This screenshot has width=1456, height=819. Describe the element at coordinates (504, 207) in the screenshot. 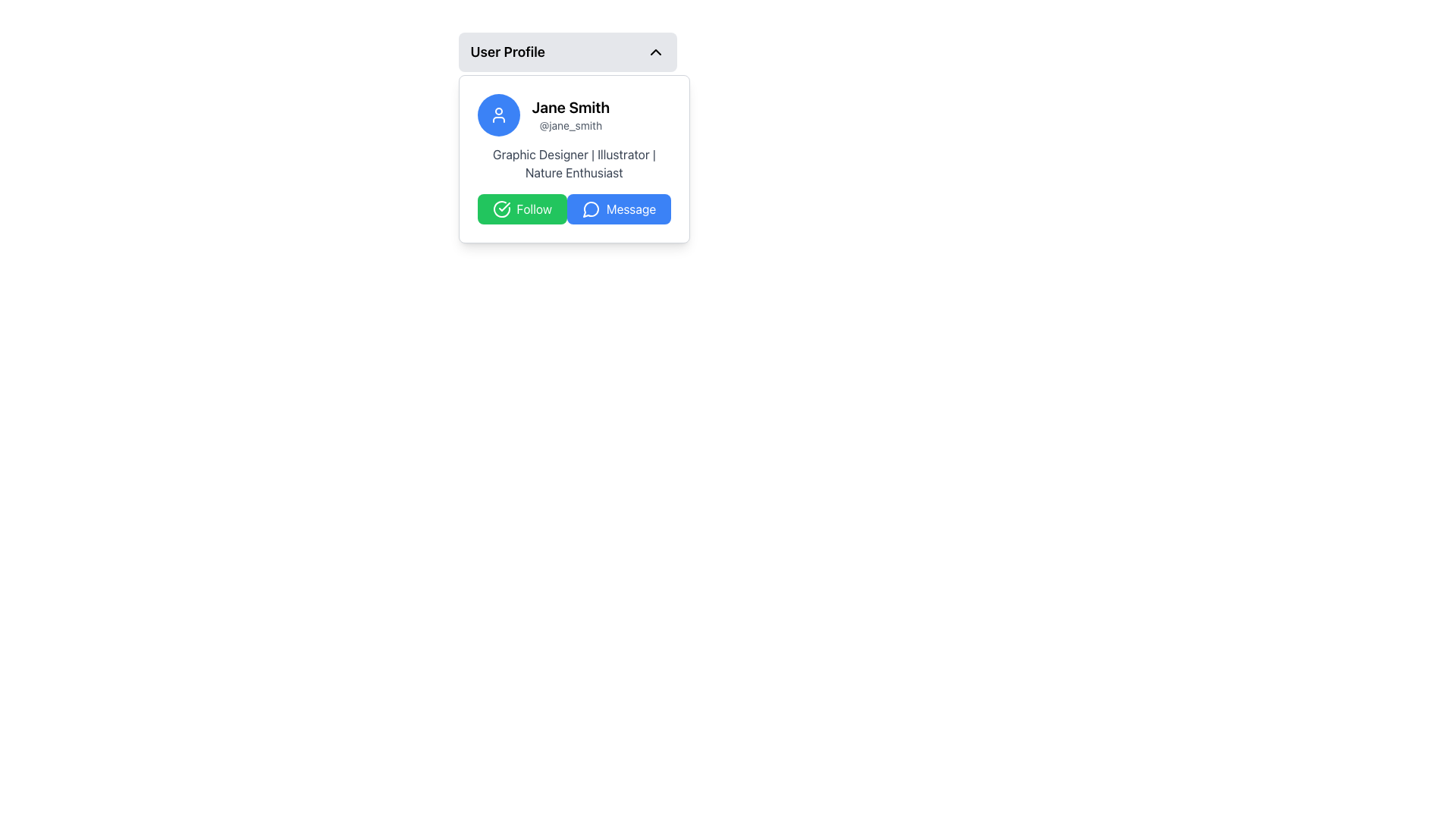

I see `the circular confirmation icon located to the left of the green 'Follow' button` at that location.